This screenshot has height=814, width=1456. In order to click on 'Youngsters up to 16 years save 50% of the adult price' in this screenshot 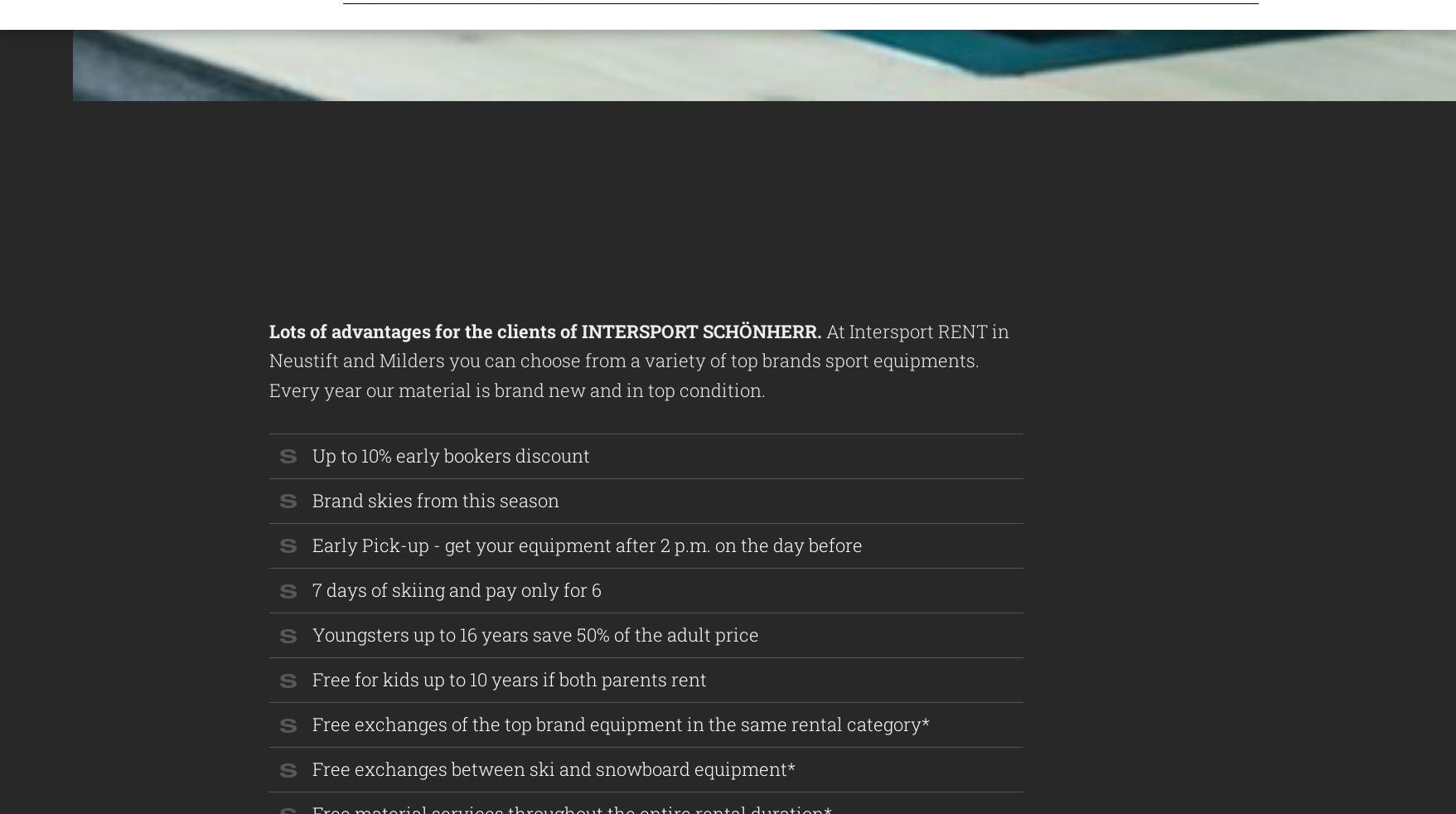, I will do `click(535, 634)`.